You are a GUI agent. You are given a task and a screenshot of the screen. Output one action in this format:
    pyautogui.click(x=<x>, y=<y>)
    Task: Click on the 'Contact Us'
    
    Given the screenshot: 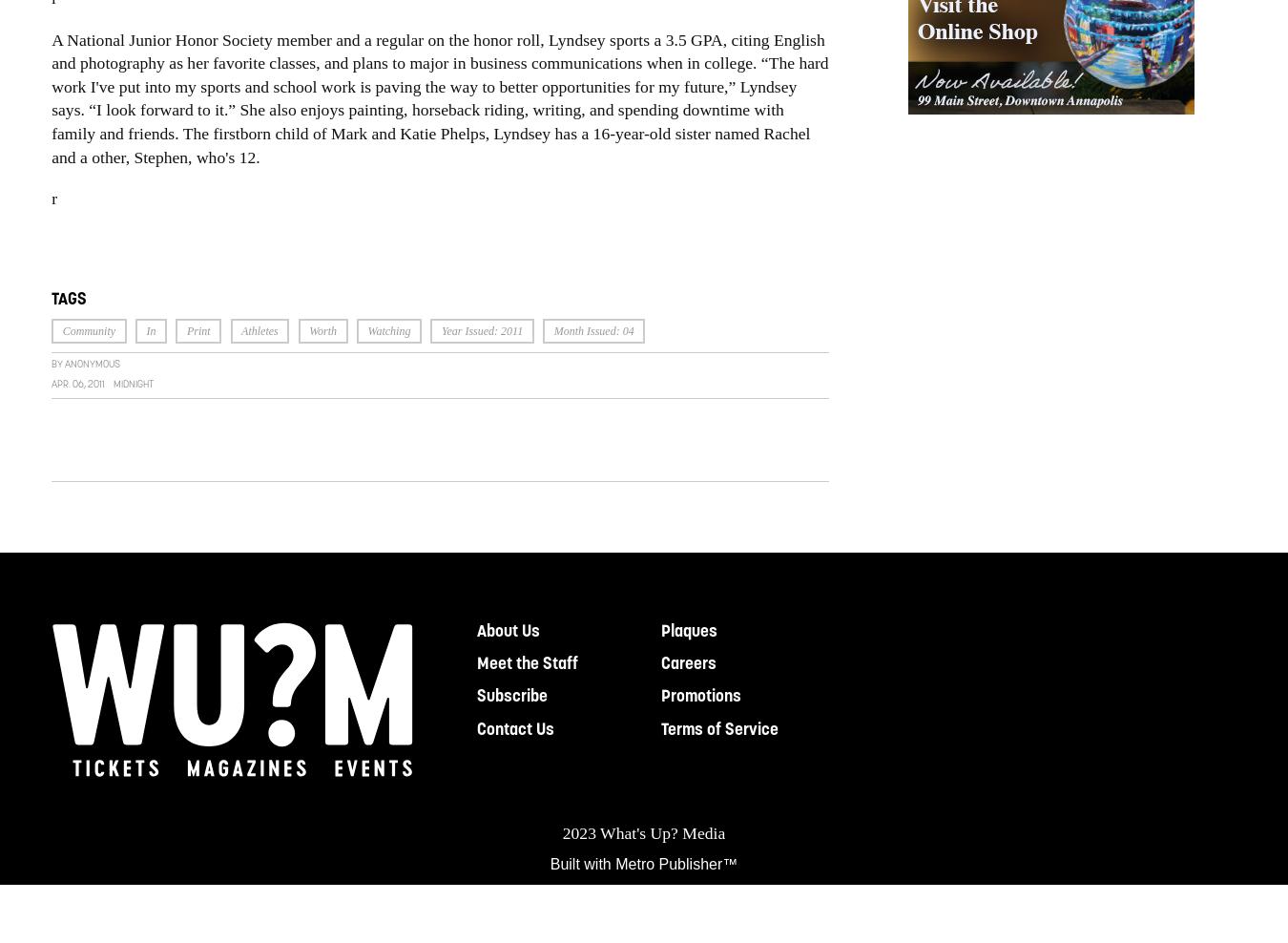 What is the action you would take?
    pyautogui.click(x=514, y=727)
    